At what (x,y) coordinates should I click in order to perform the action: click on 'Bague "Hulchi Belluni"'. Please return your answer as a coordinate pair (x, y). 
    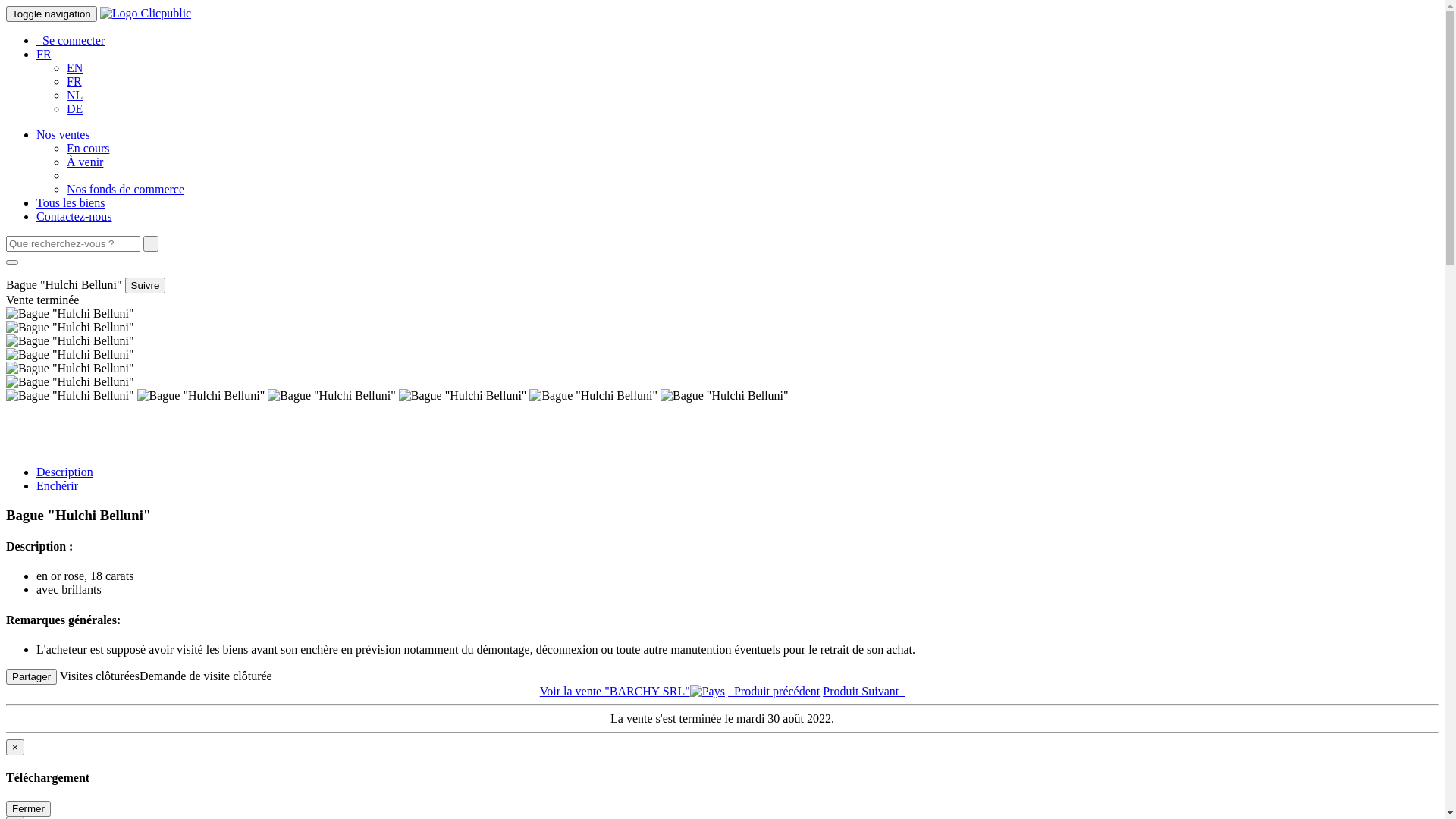
    Looking at the image, I should click on (529, 394).